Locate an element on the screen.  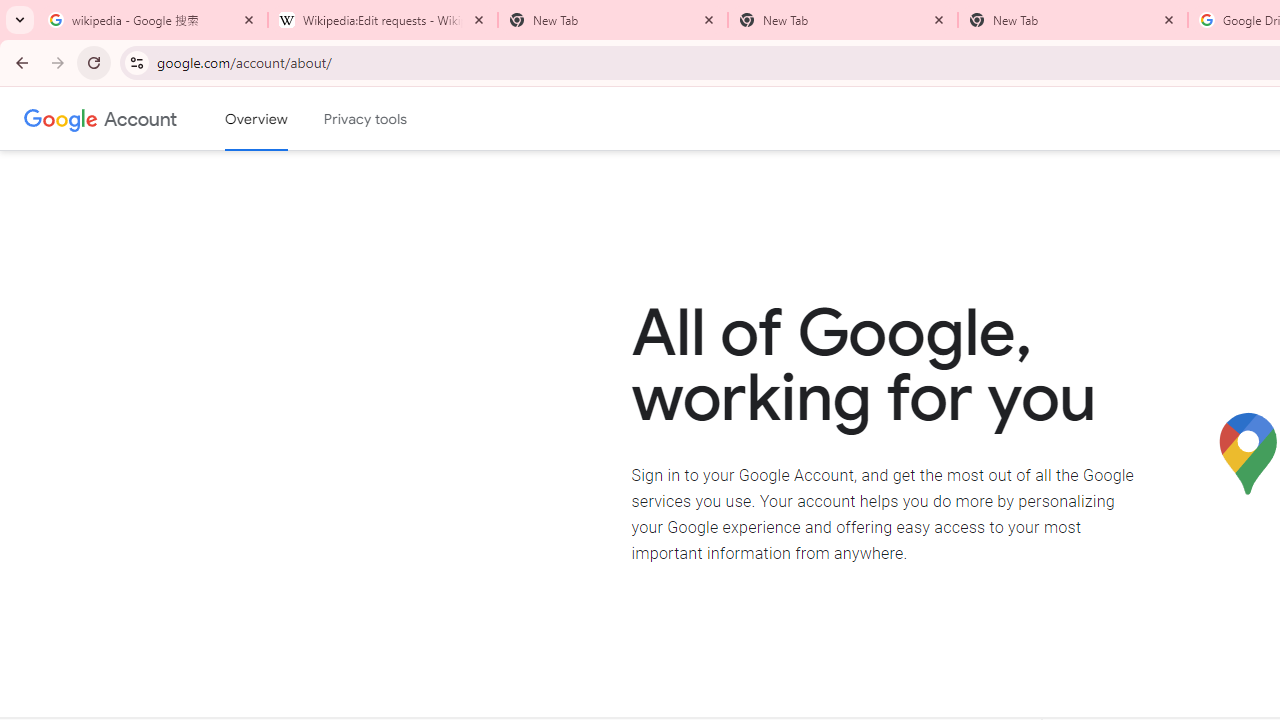
'Google Account' is located at coordinates (139, 118).